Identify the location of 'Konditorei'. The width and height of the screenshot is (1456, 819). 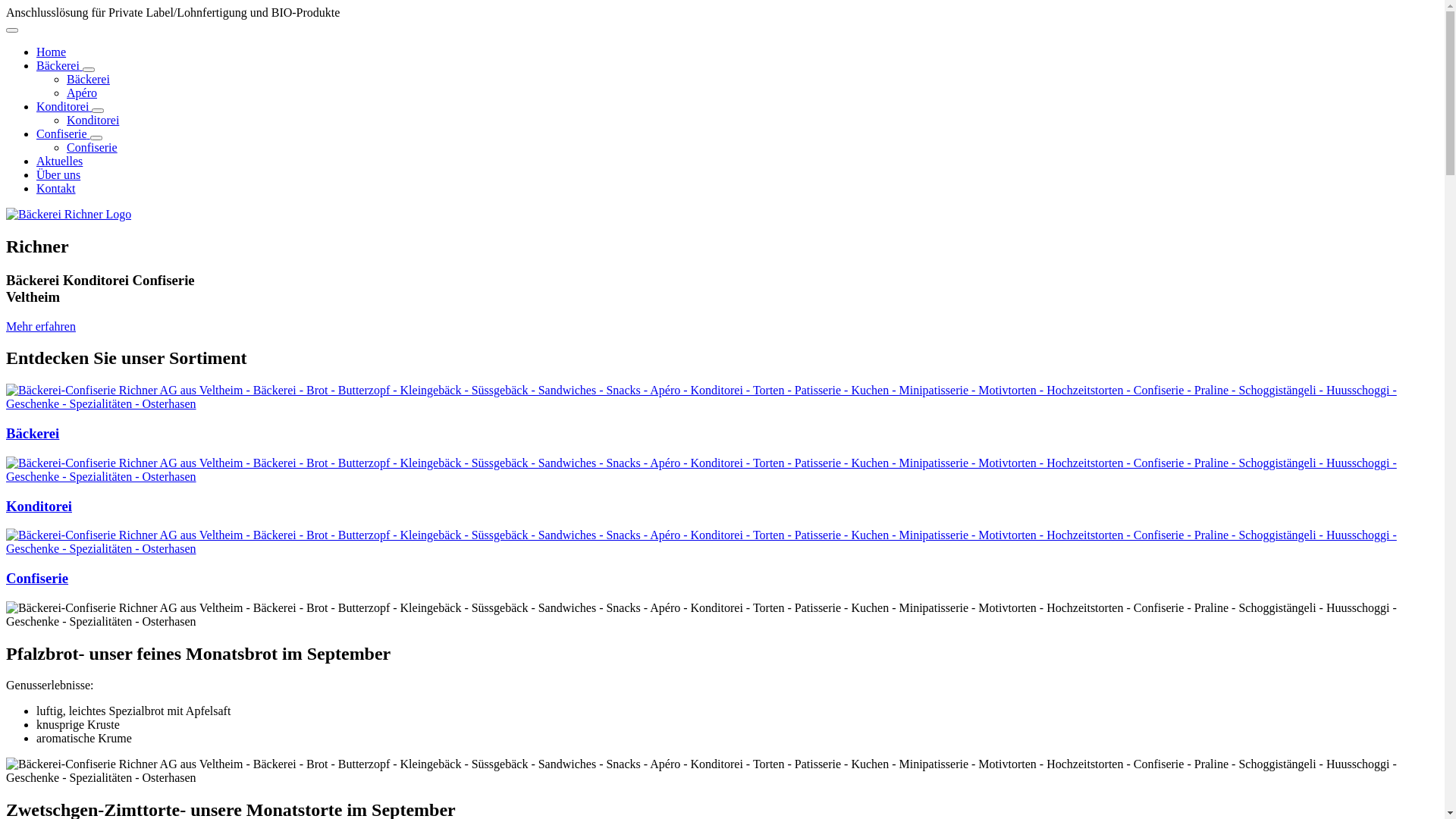
(92, 119).